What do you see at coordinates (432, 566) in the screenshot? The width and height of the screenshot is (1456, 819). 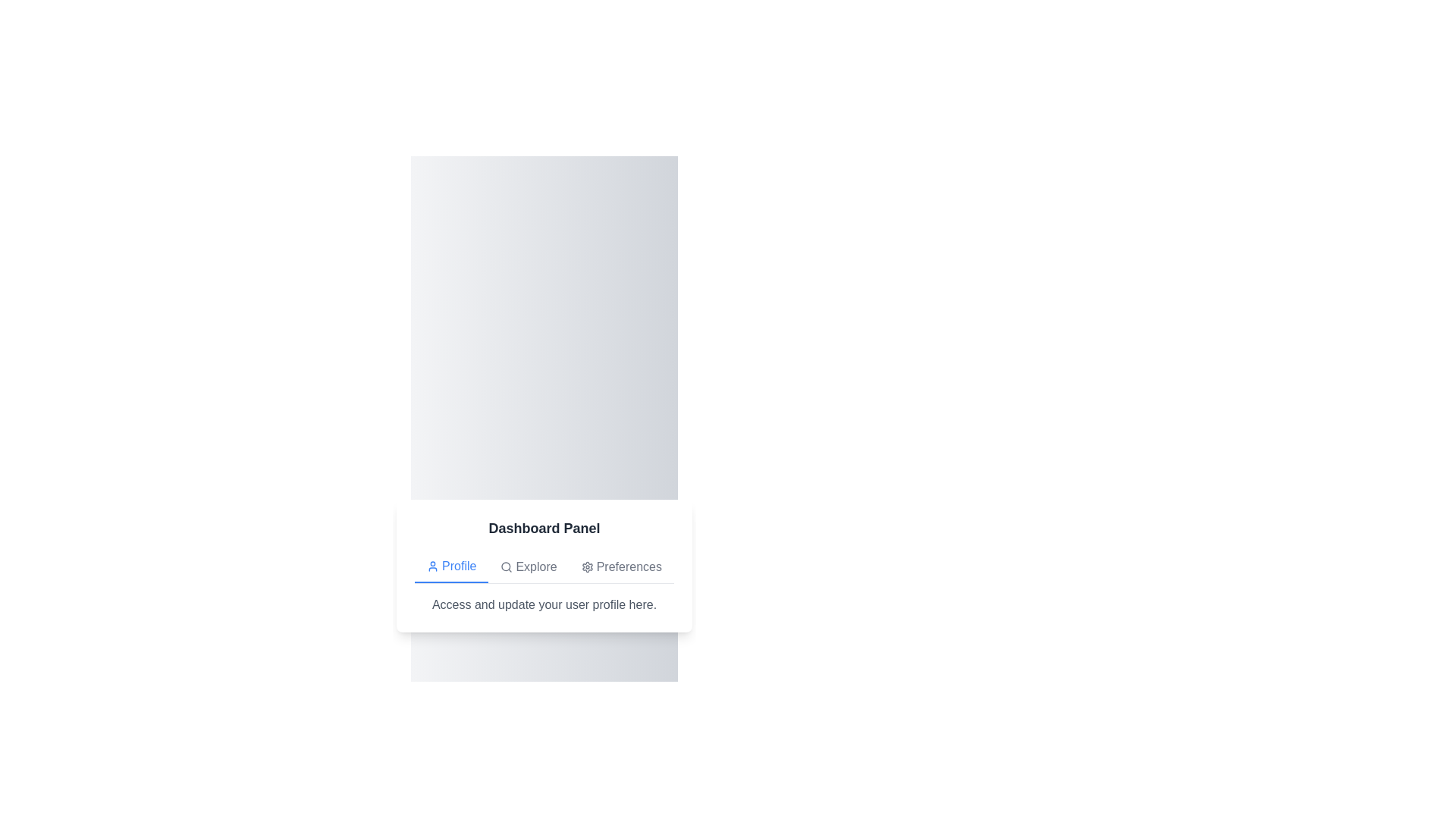 I see `the blue user profile icon located to the left of the 'Profile' text within a tab component in the navigation section` at bounding box center [432, 566].